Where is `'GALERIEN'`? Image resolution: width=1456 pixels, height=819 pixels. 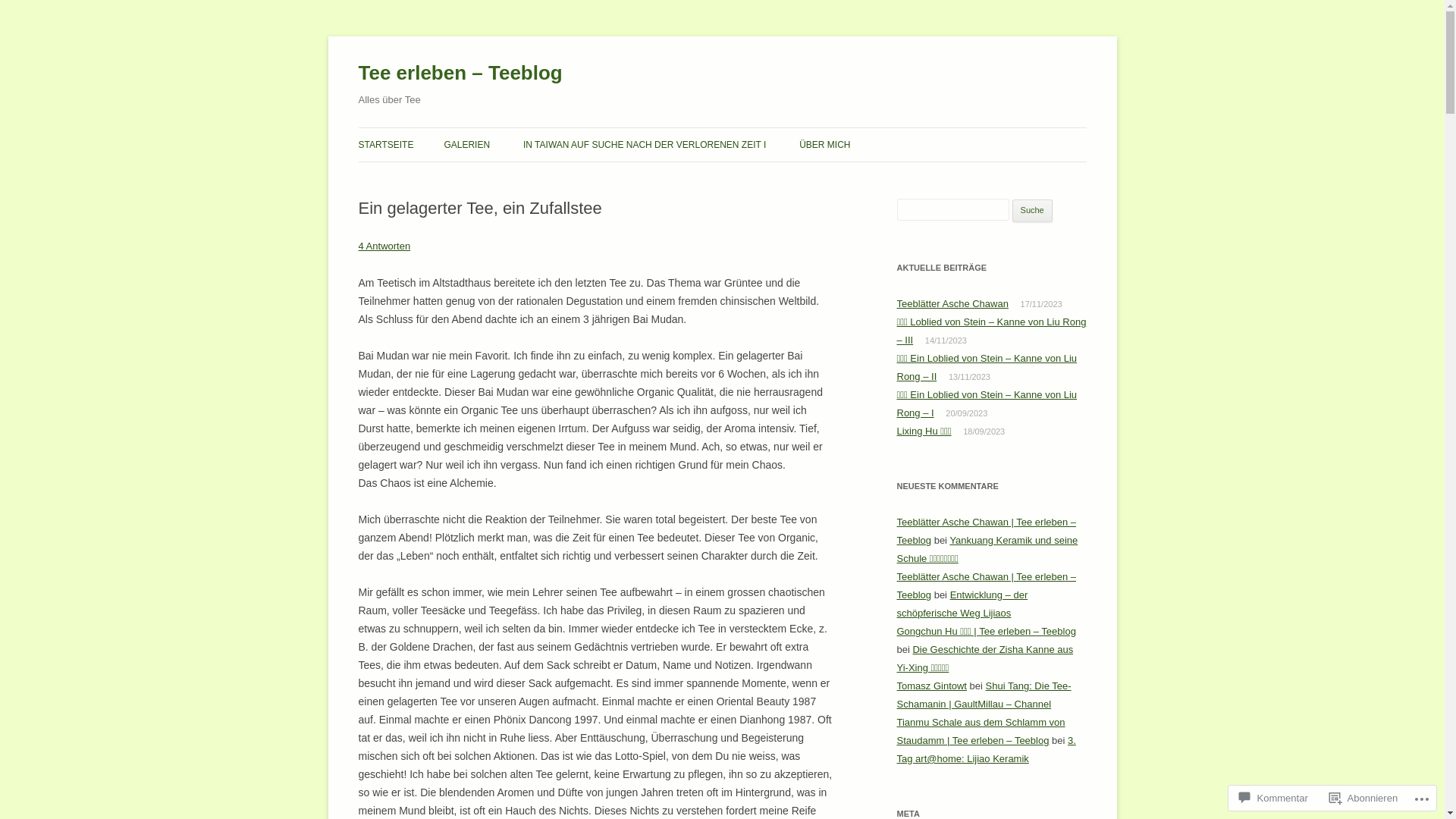 'GALERIEN' is located at coordinates (466, 145).